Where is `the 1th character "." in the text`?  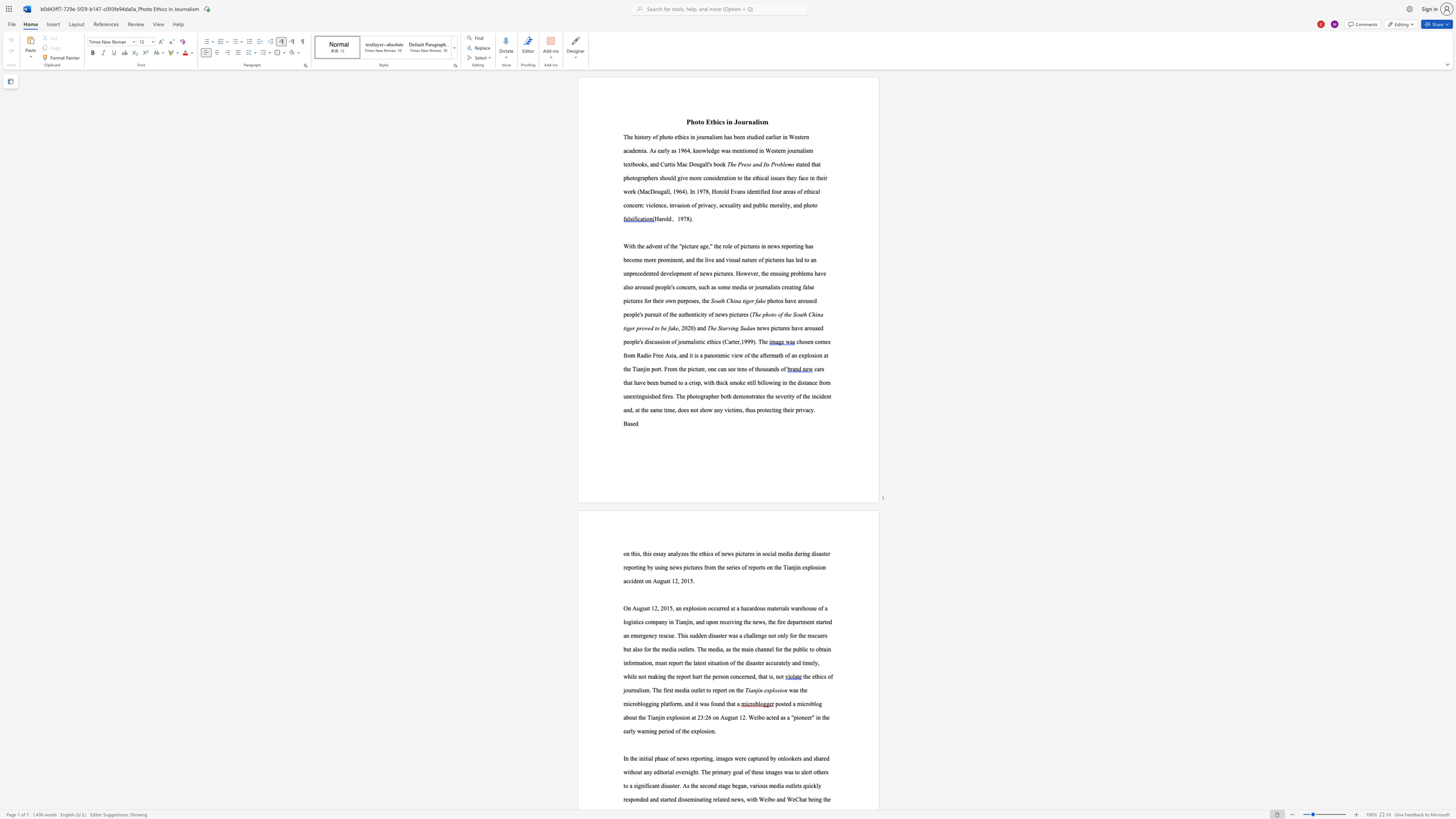
the 1th character "." in the text is located at coordinates (692, 219).